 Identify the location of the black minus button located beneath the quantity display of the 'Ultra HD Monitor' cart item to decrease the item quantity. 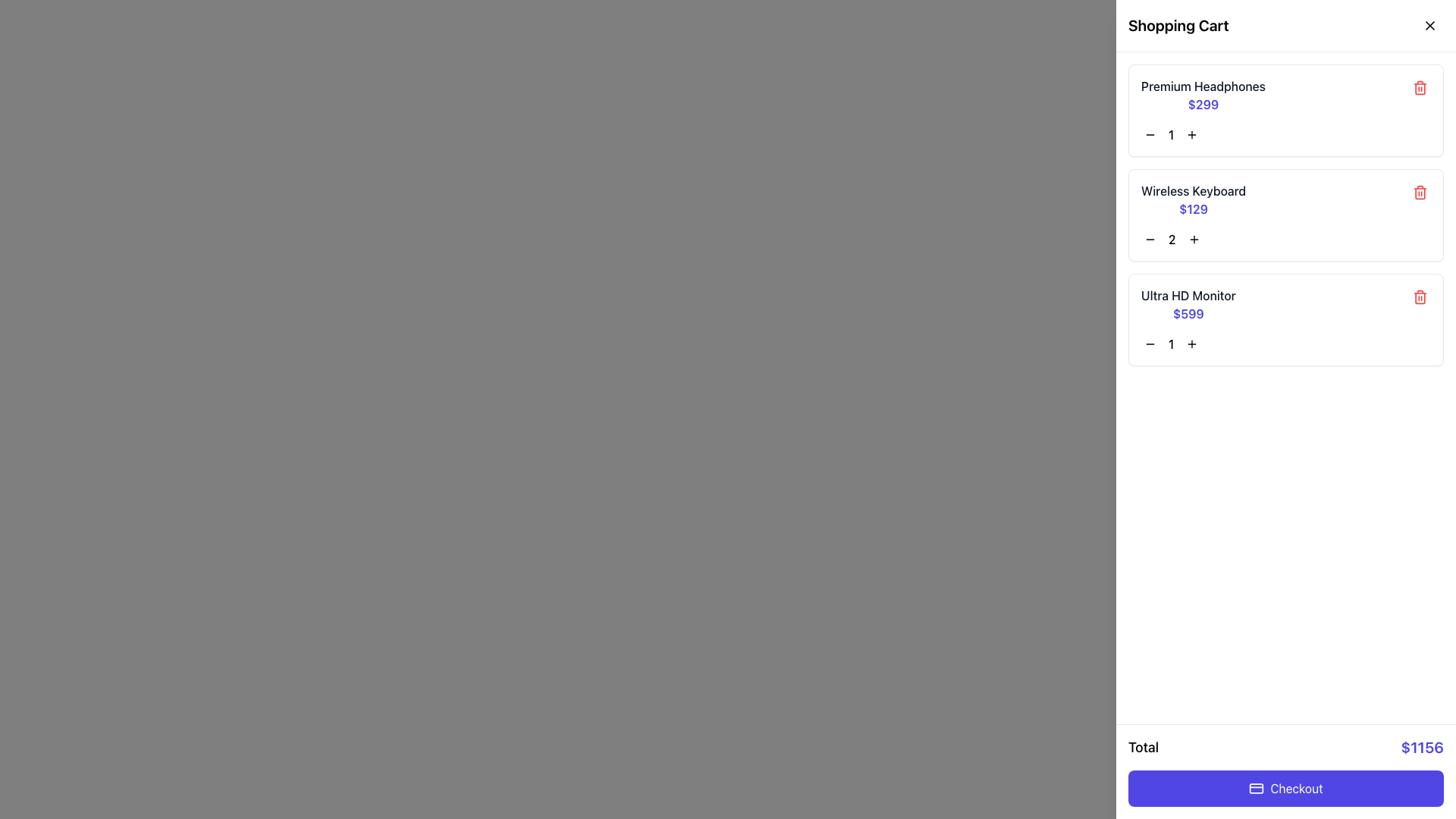
(1150, 344).